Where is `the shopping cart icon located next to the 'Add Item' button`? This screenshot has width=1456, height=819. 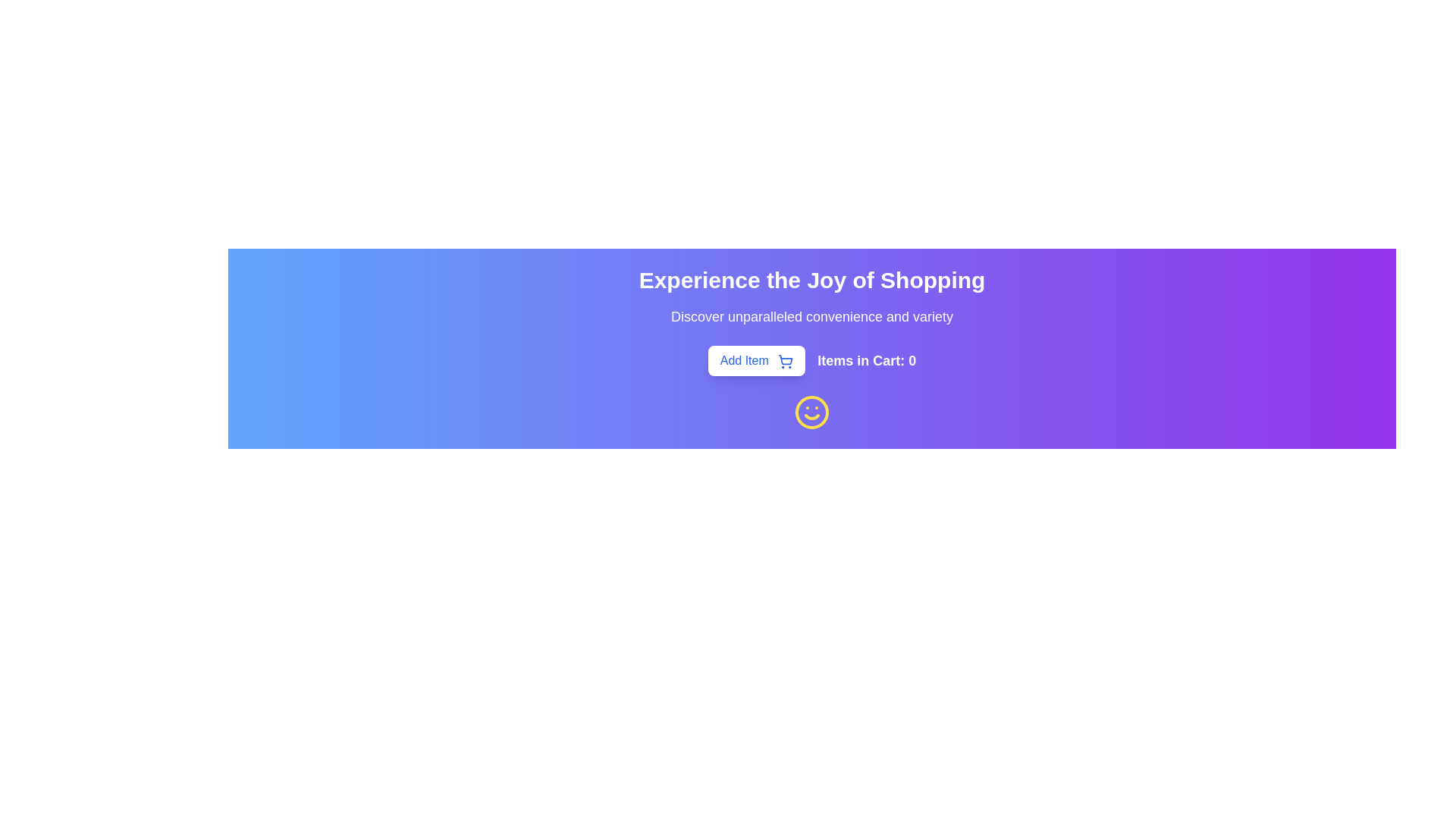
the shopping cart icon located next to the 'Add Item' button is located at coordinates (786, 359).